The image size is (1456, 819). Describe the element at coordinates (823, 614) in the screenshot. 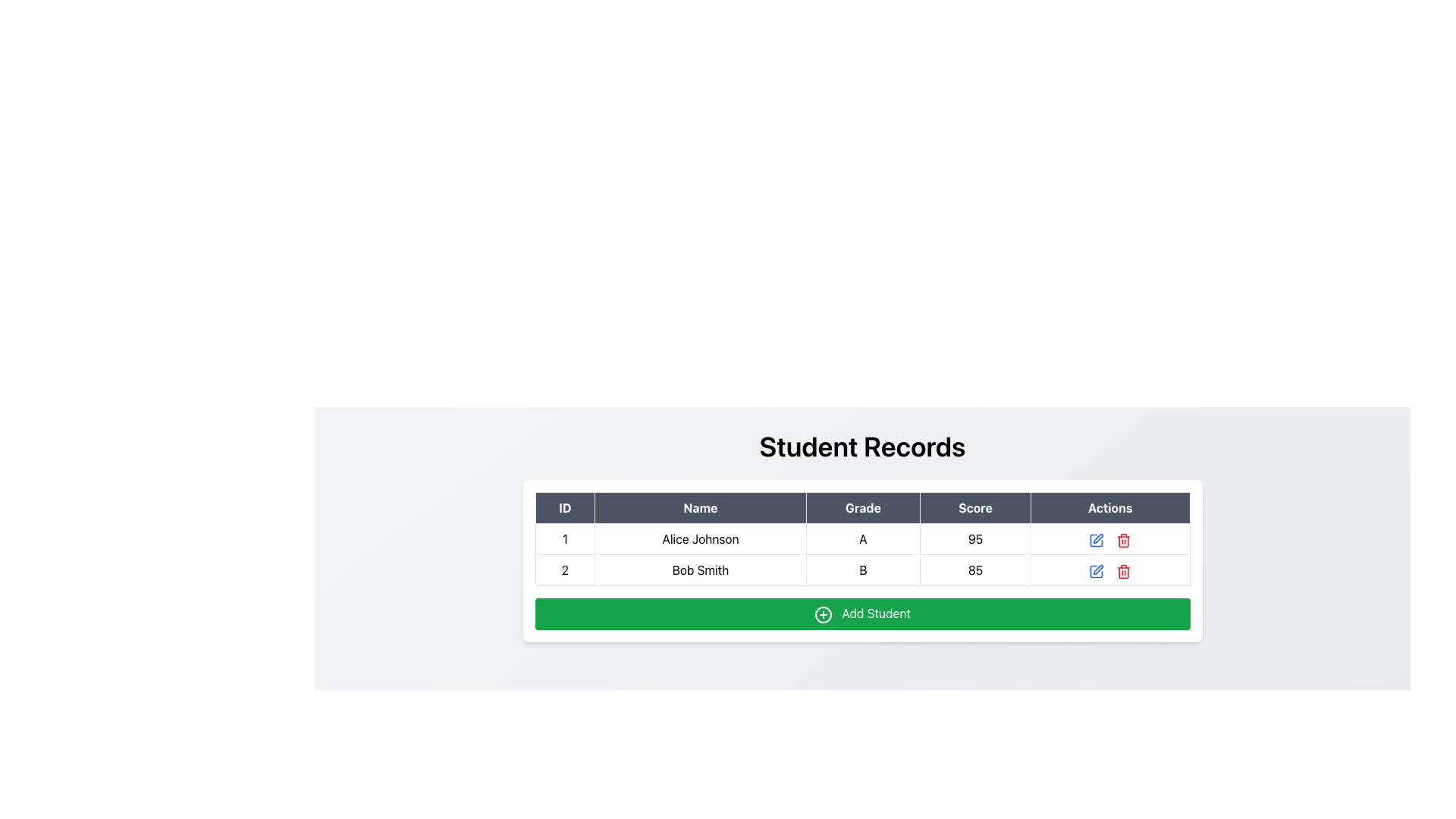

I see `the circular icon with a plus sign inside that is located on the leftmost part of the 'Add Student' button, which has a green background and is vertically aligned with the text 'Add Student'` at that location.